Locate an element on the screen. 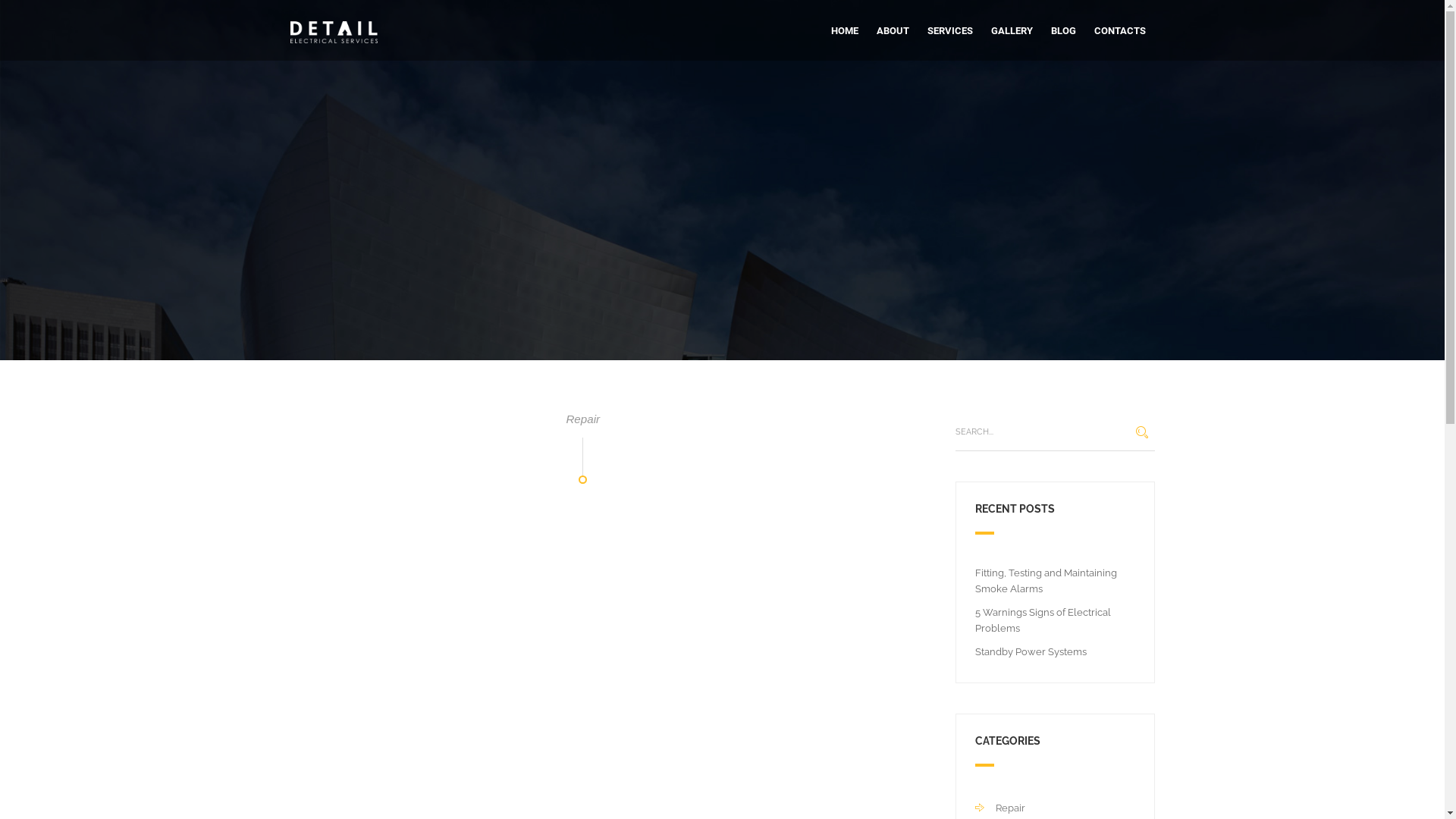  'CONTACTS' is located at coordinates (1093, 31).